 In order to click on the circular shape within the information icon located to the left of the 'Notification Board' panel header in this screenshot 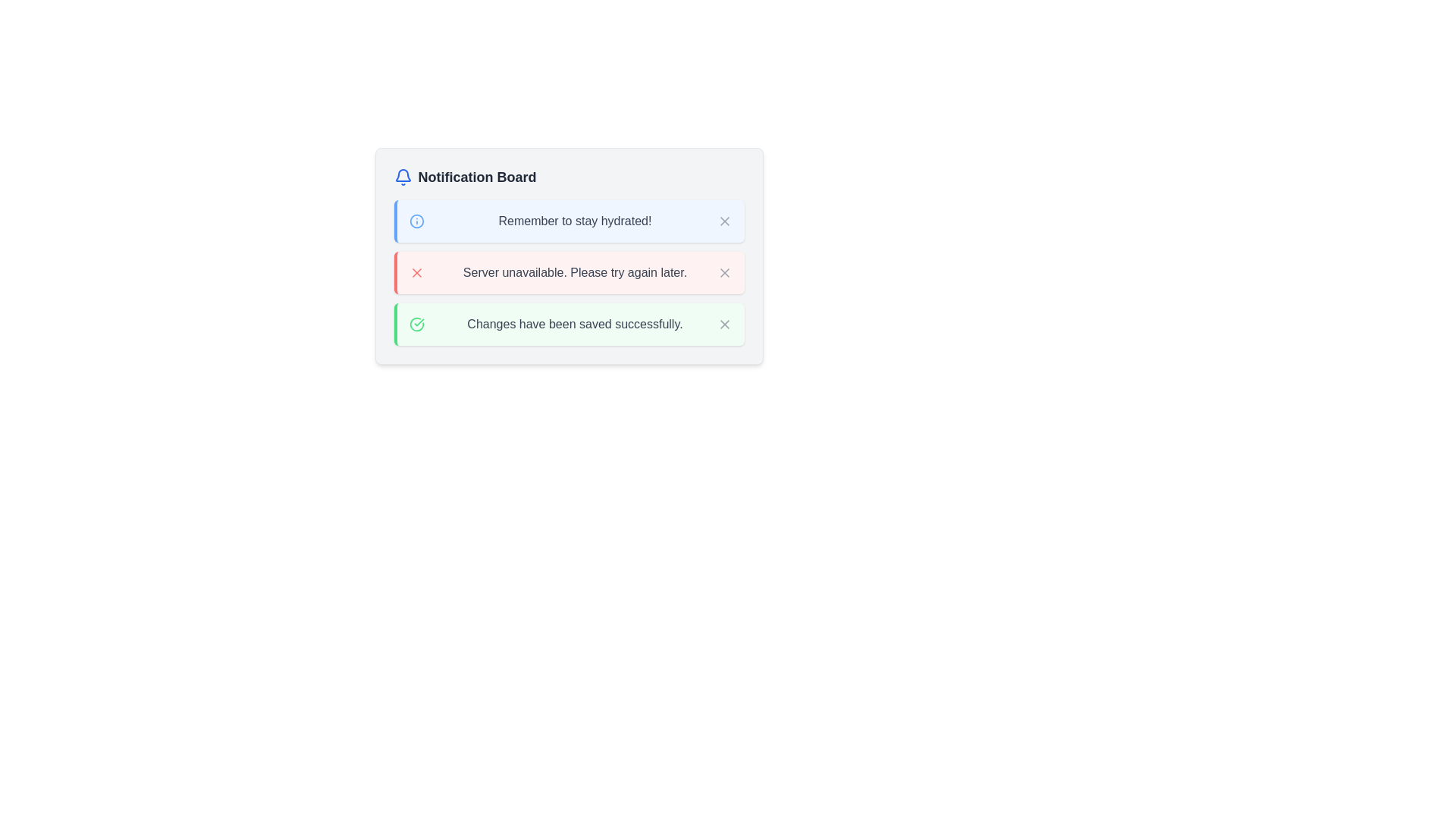, I will do `click(416, 221)`.